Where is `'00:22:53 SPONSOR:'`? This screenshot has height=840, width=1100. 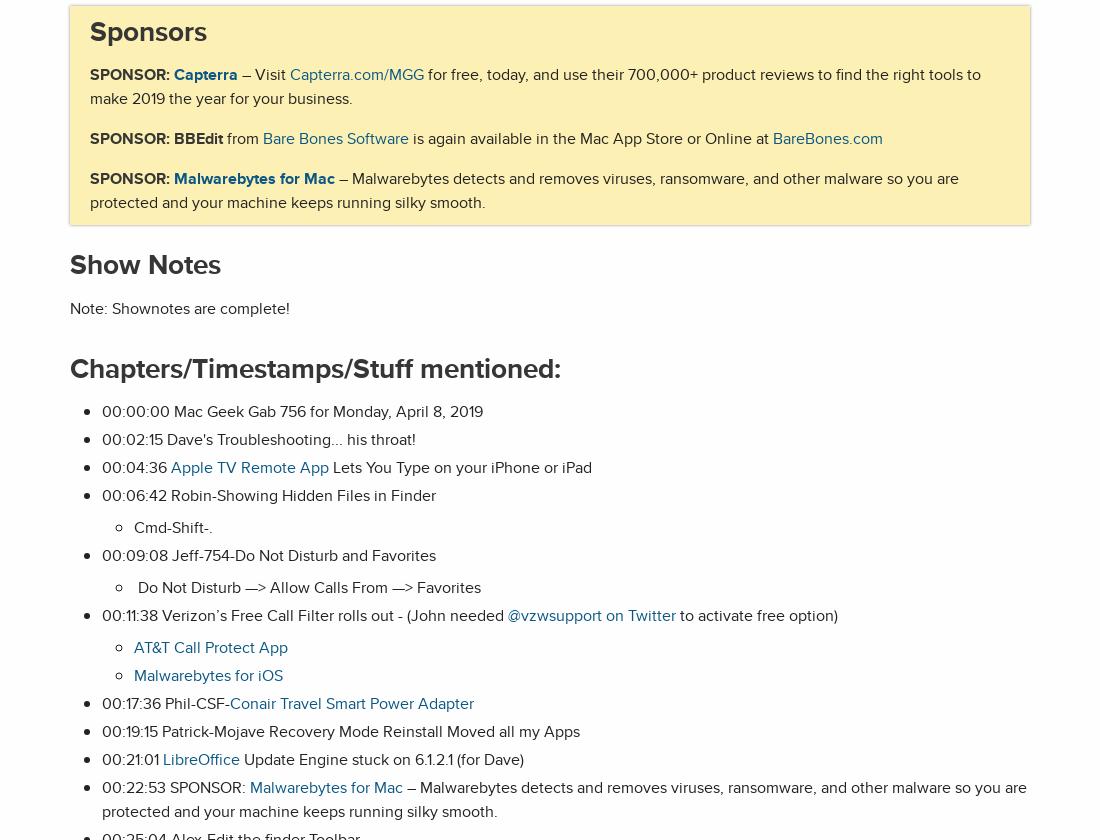 '00:22:53 SPONSOR:' is located at coordinates (175, 787).